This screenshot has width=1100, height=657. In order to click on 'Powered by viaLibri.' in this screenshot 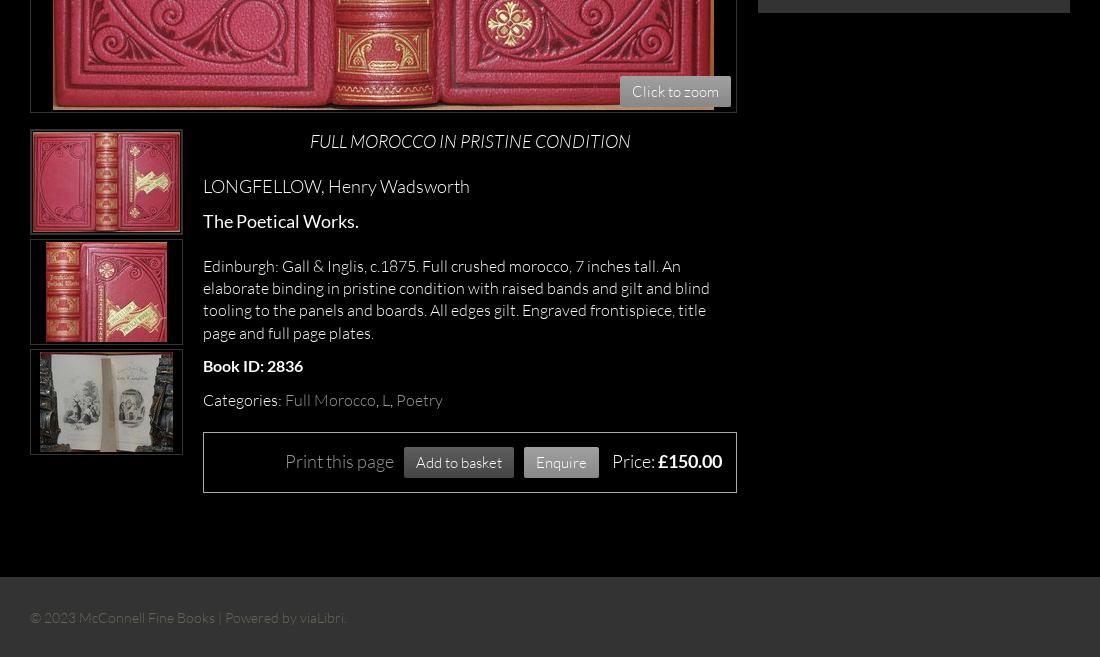, I will do `click(285, 616)`.